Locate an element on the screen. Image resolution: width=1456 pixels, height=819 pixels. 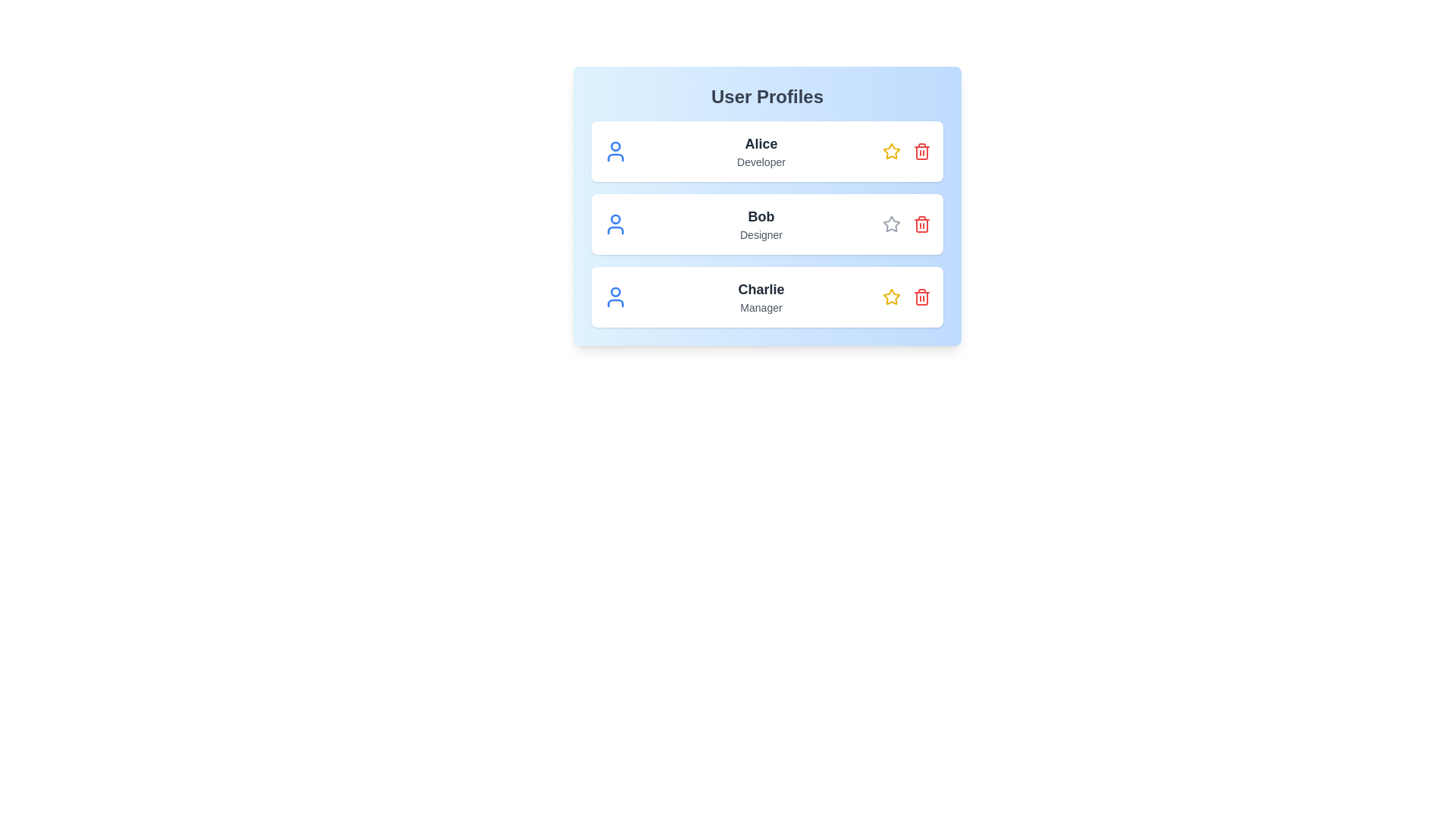
star icon associated with the user profile named Charlie to toggle its 'liked' status is located at coordinates (892, 297).